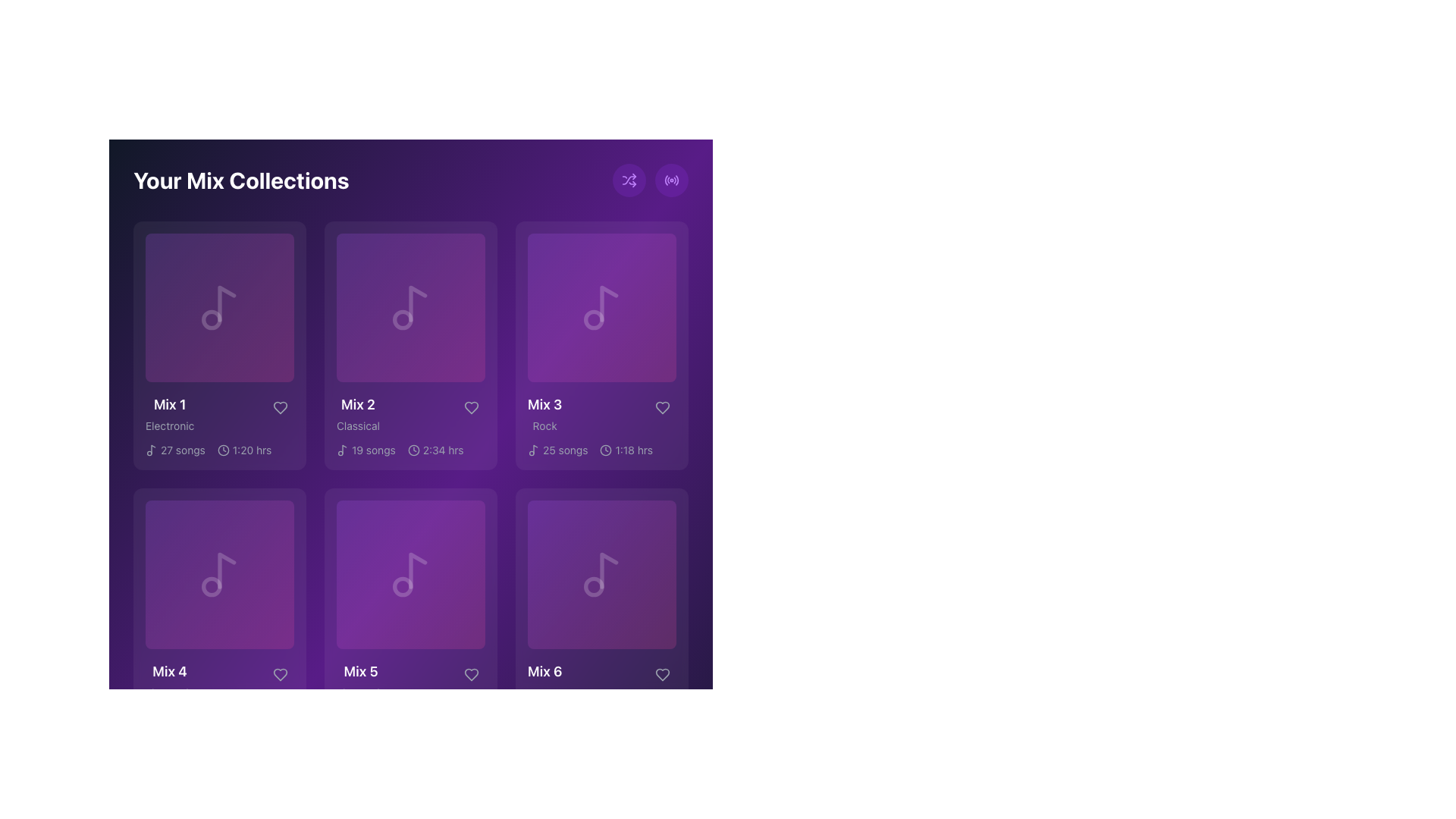  I want to click on the heart icon button with an outlined design located in the top-right region of the 'Mix 2' card, so click(471, 406).